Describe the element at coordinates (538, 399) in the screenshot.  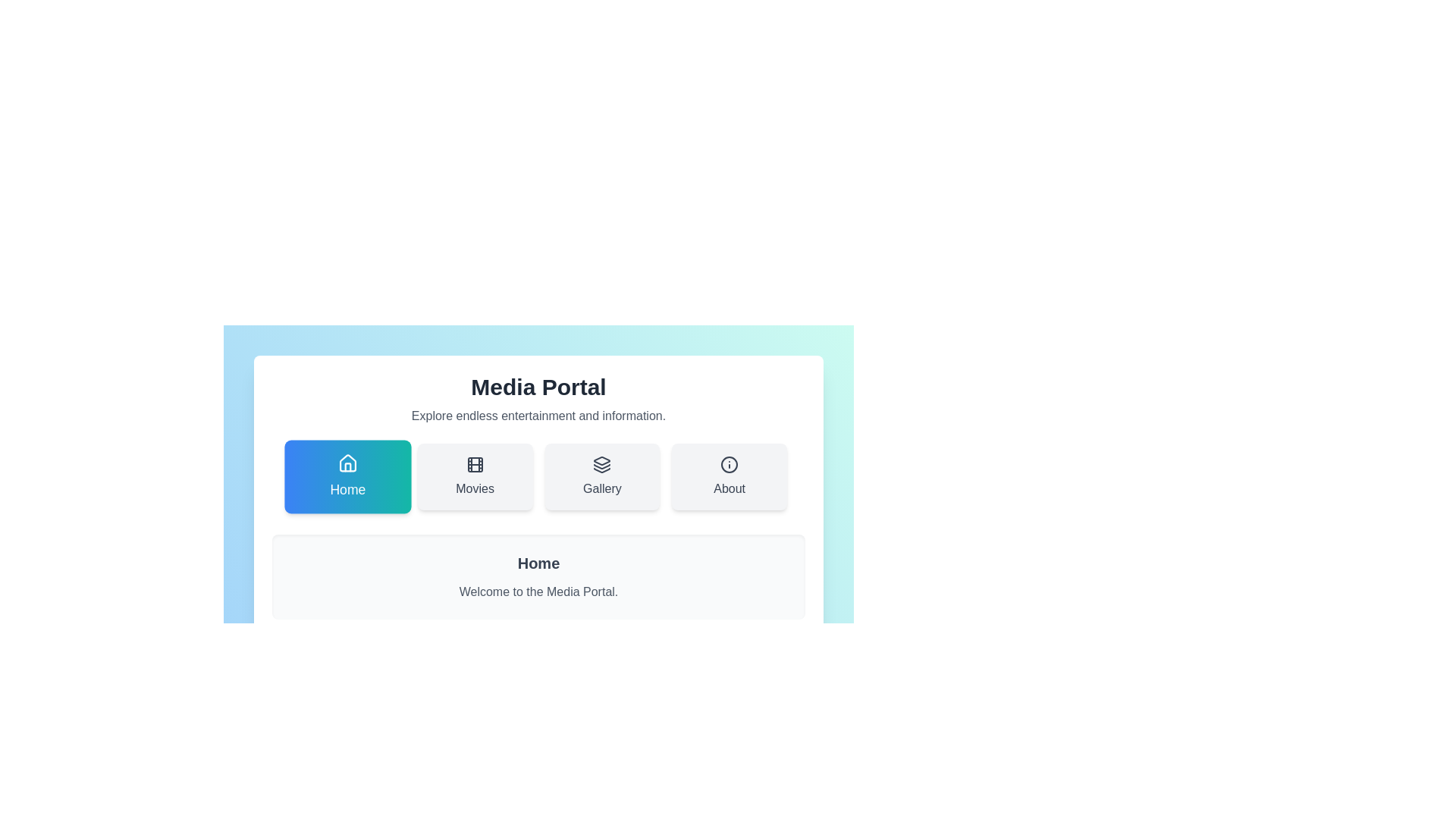
I see `static text group located at the top-center of the card section, which provides a title and brief description, positioned above the navigational buttons` at that location.